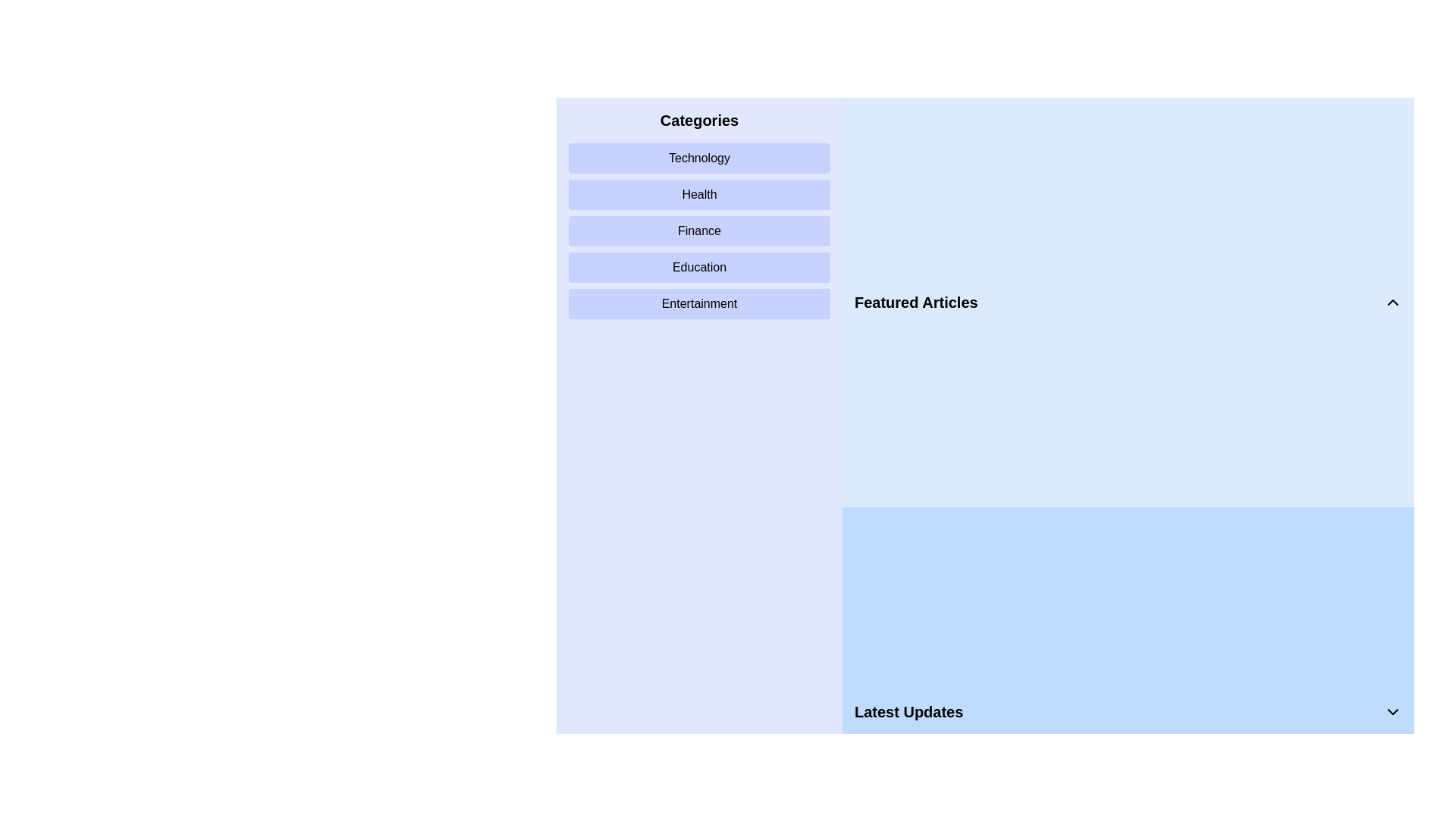  I want to click on the 'Entertainment' category selector button, which is the fifth button in a vertical stack under 'Categories', located directly below the 'Education' button, so click(698, 304).